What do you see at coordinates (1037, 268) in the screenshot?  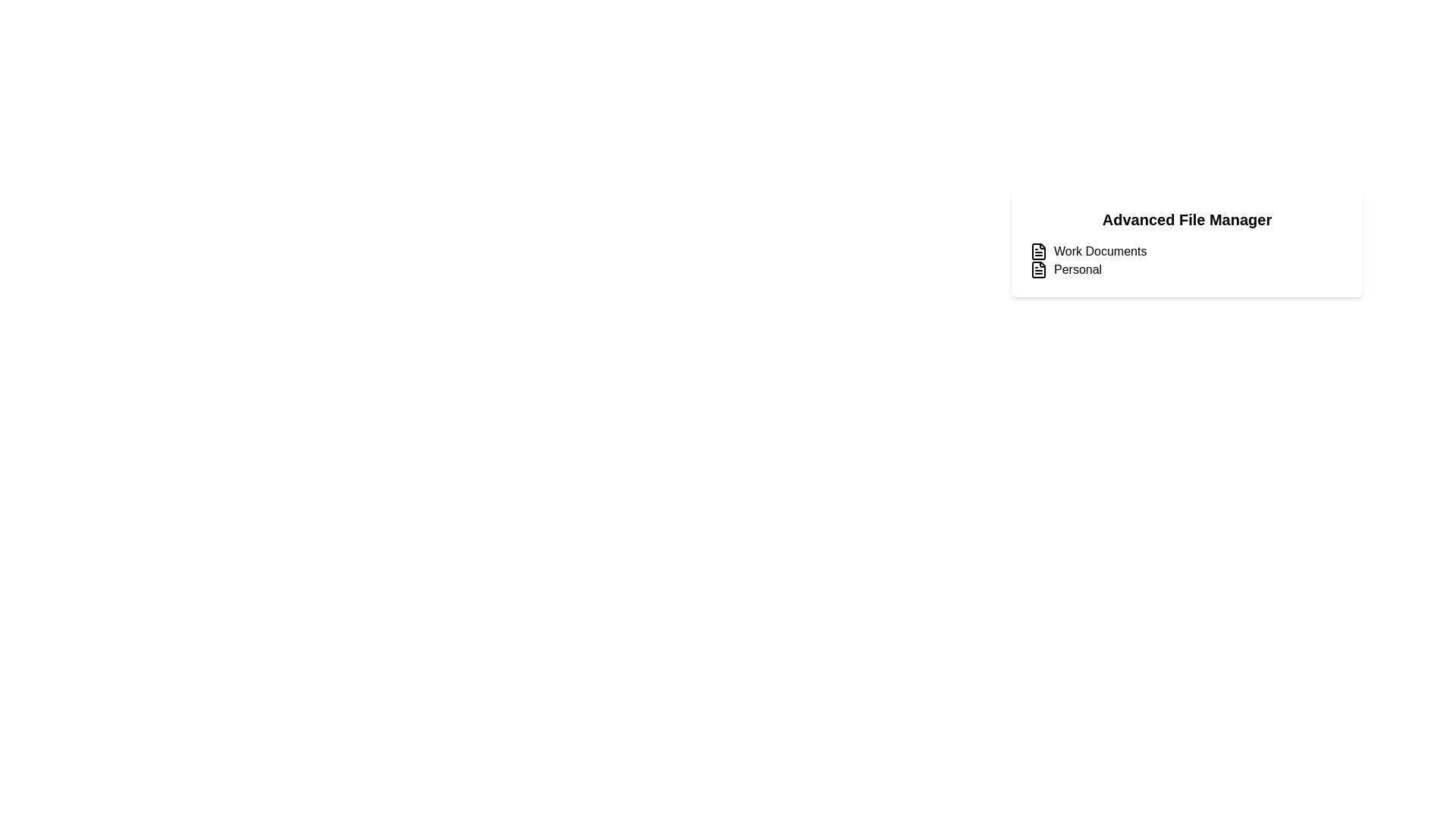 I see `the 'Personal' icon, which visually represents a document or file category, positioned to the left of the text label 'Personal' in the 'Advanced File Manager' interface under the 'Work Documents' section` at bounding box center [1037, 268].